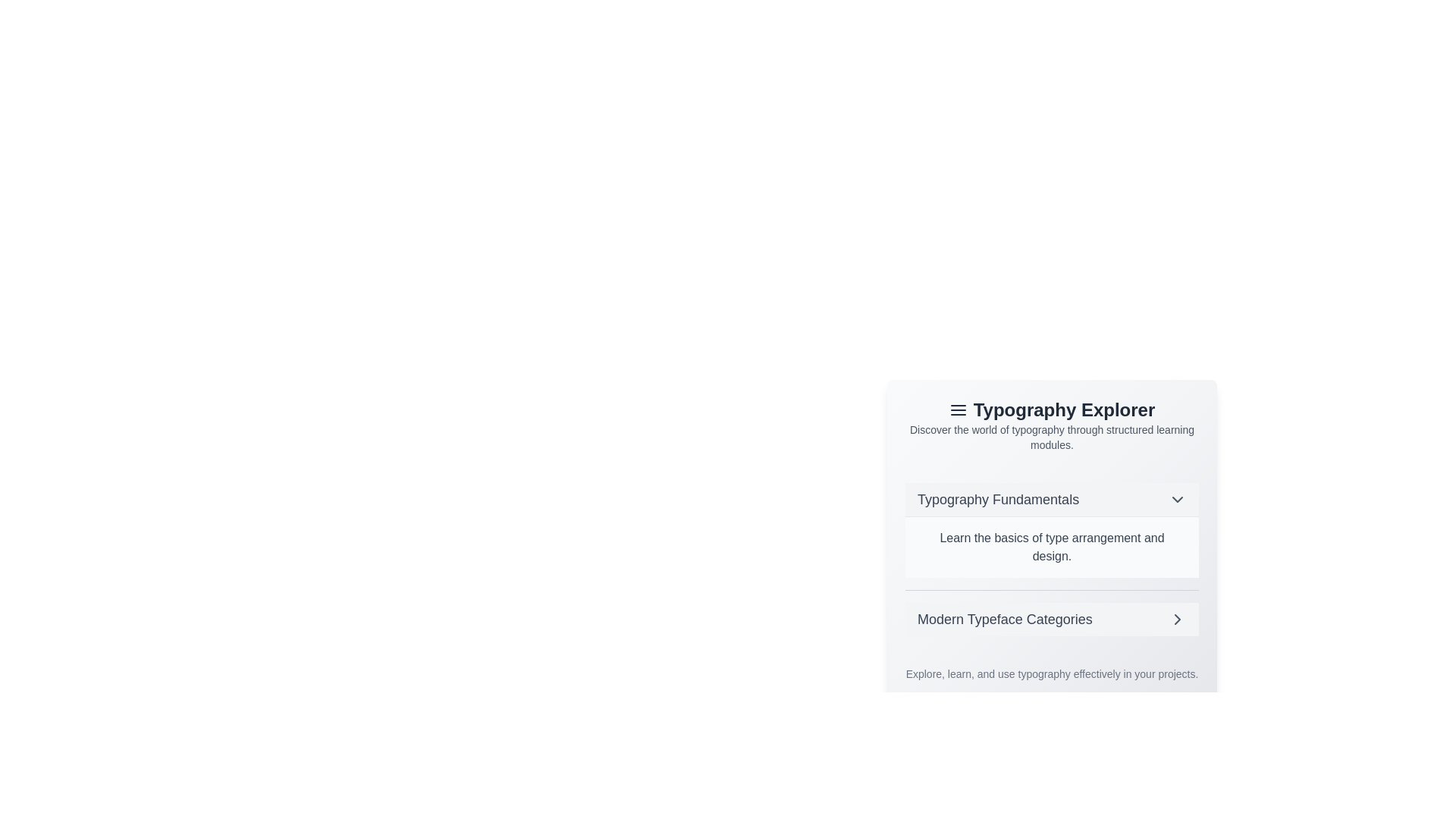 This screenshot has width=1456, height=819. I want to click on the text label for navigating to the section on modern typeface categories in the 'Typography Explorer' interface, positioned below 'Typography Fundamentals', so click(1005, 620).